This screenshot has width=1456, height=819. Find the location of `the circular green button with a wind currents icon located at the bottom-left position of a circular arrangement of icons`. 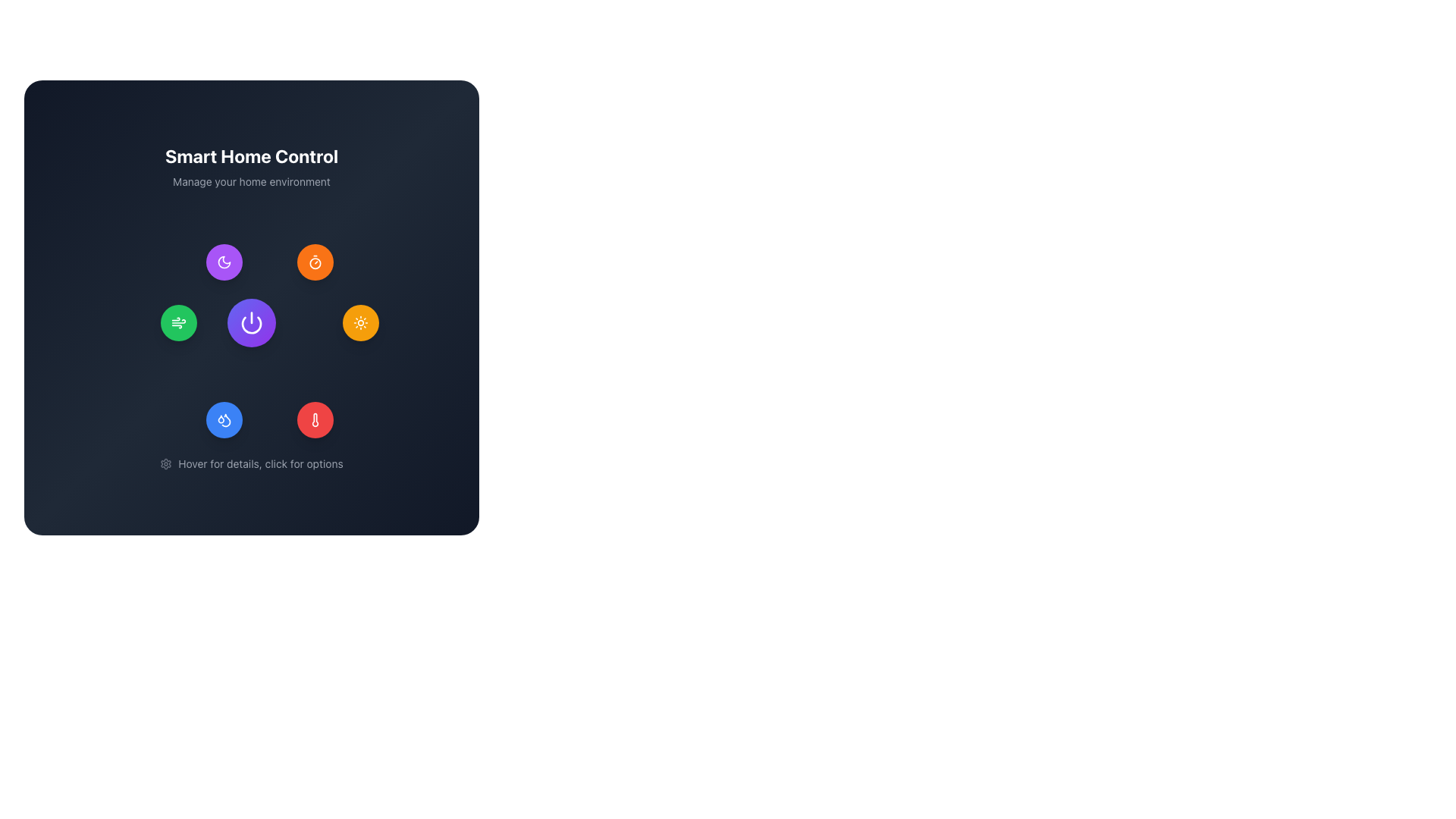

the circular green button with a wind currents icon located at the bottom-left position of a circular arrangement of icons is located at coordinates (178, 322).